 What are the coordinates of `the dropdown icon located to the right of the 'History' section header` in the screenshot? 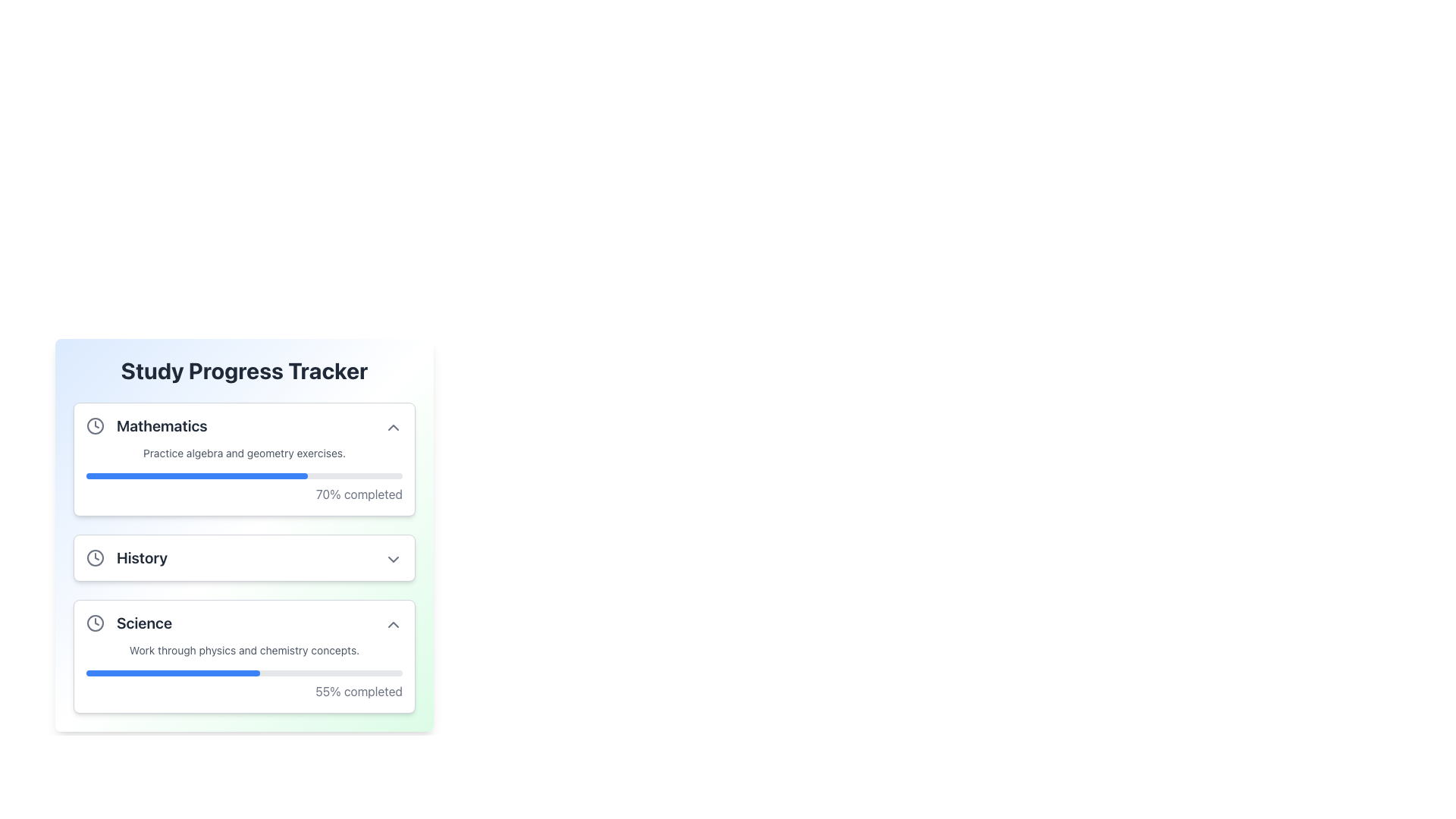 It's located at (393, 559).